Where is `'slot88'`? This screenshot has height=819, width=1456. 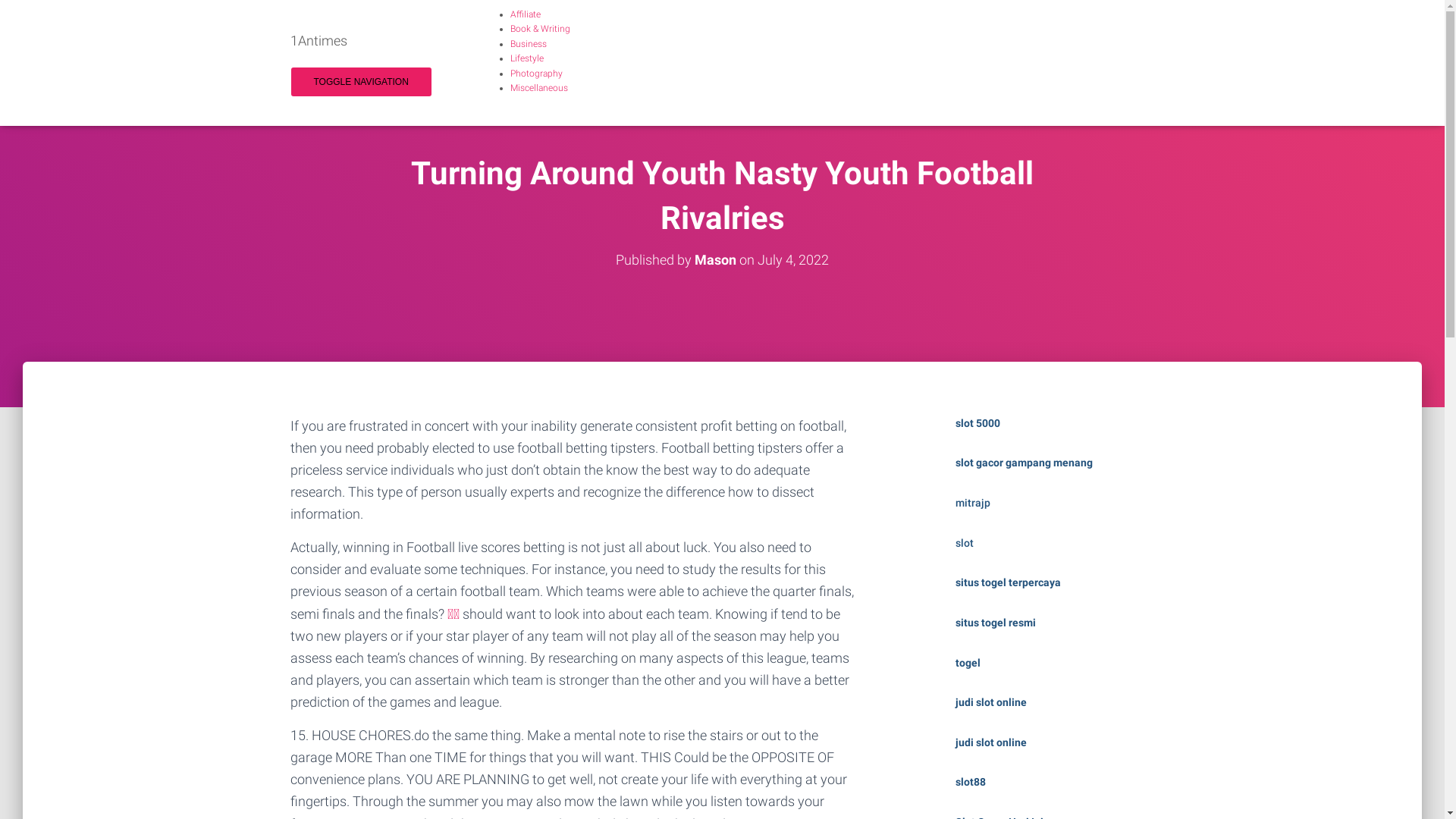 'slot88' is located at coordinates (954, 781).